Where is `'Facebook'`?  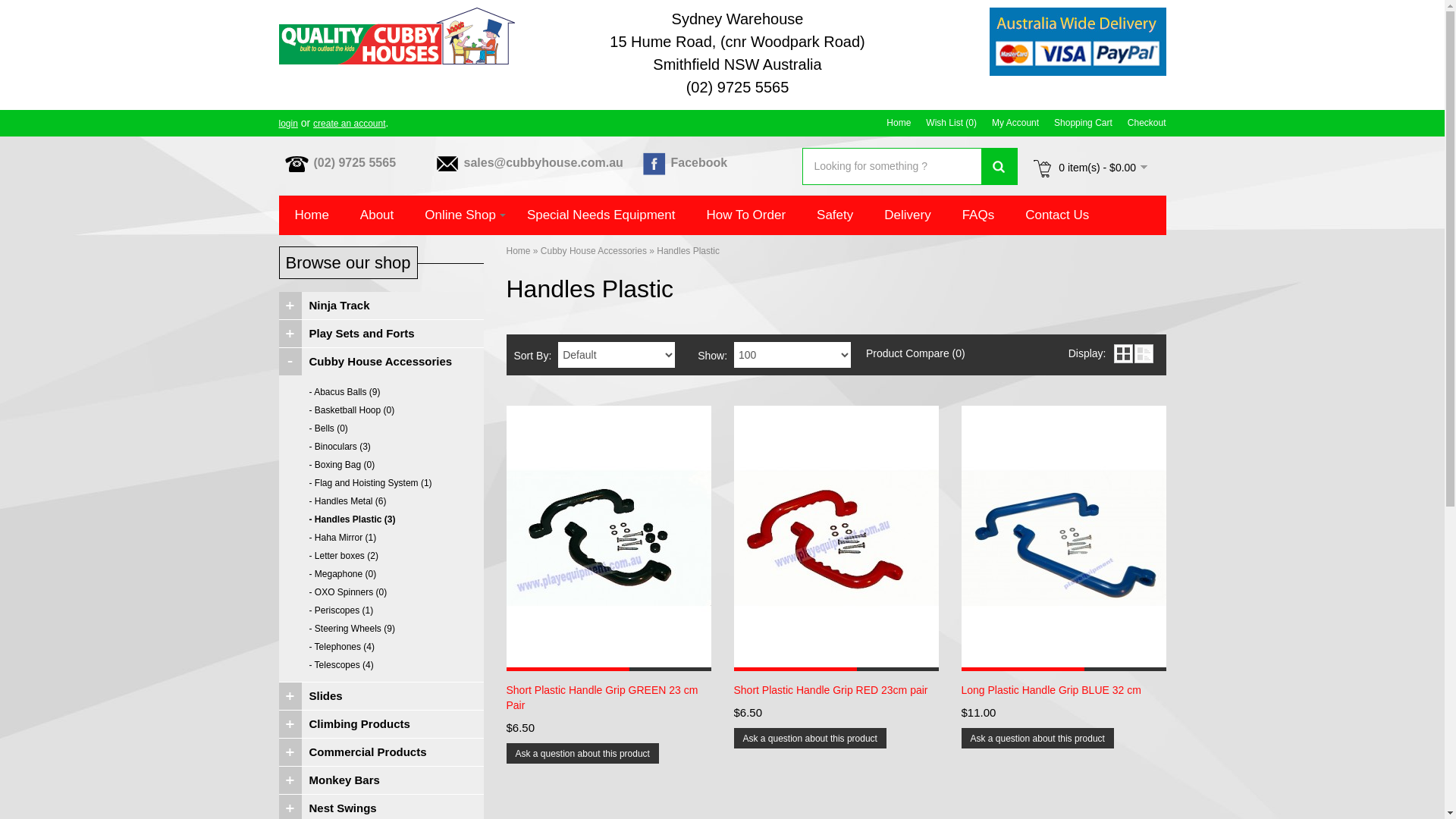
'Facebook' is located at coordinates (739, 165).